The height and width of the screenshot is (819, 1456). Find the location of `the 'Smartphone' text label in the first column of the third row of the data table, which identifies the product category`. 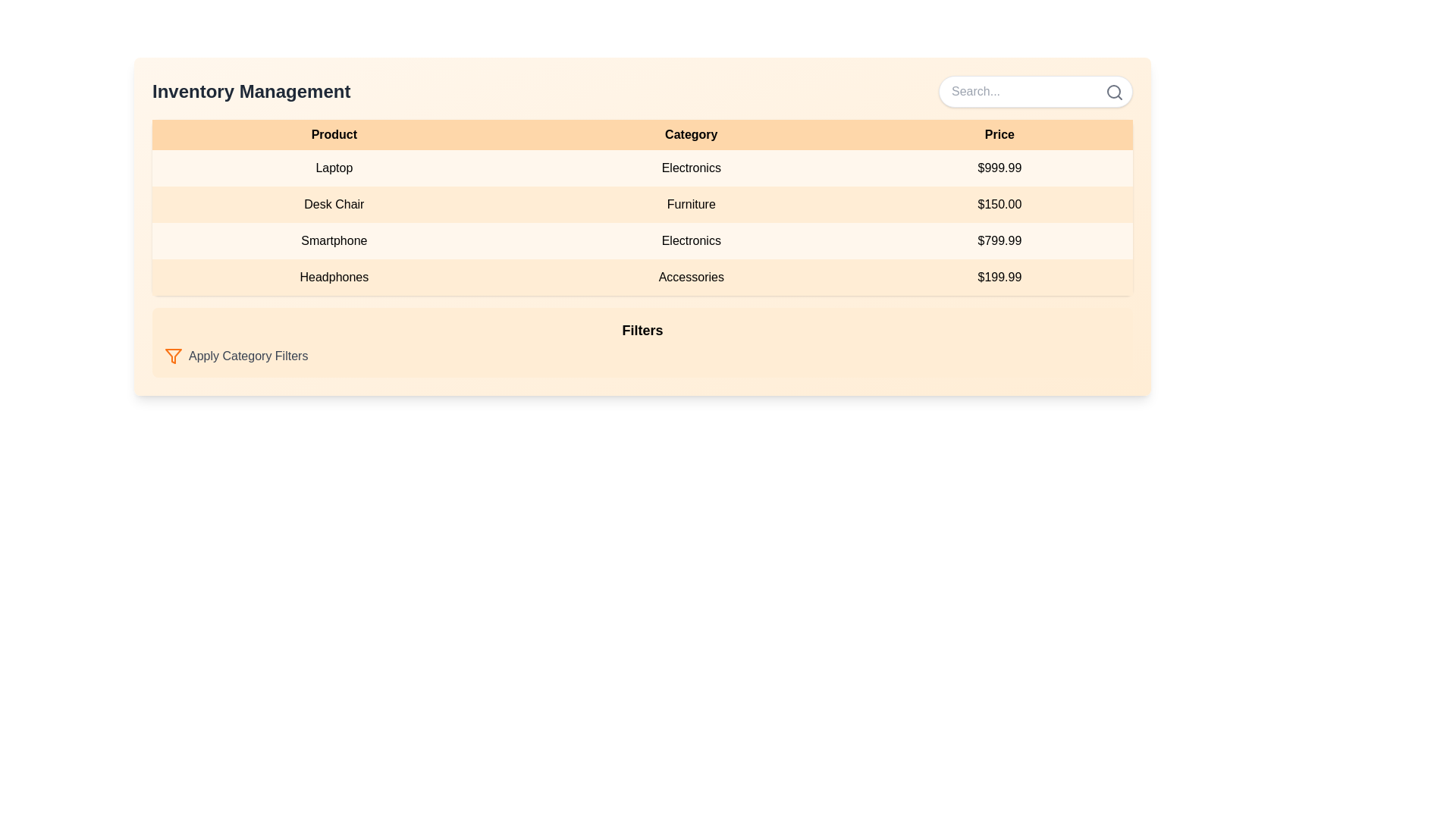

the 'Smartphone' text label in the first column of the third row of the data table, which identifies the product category is located at coordinates (333, 240).